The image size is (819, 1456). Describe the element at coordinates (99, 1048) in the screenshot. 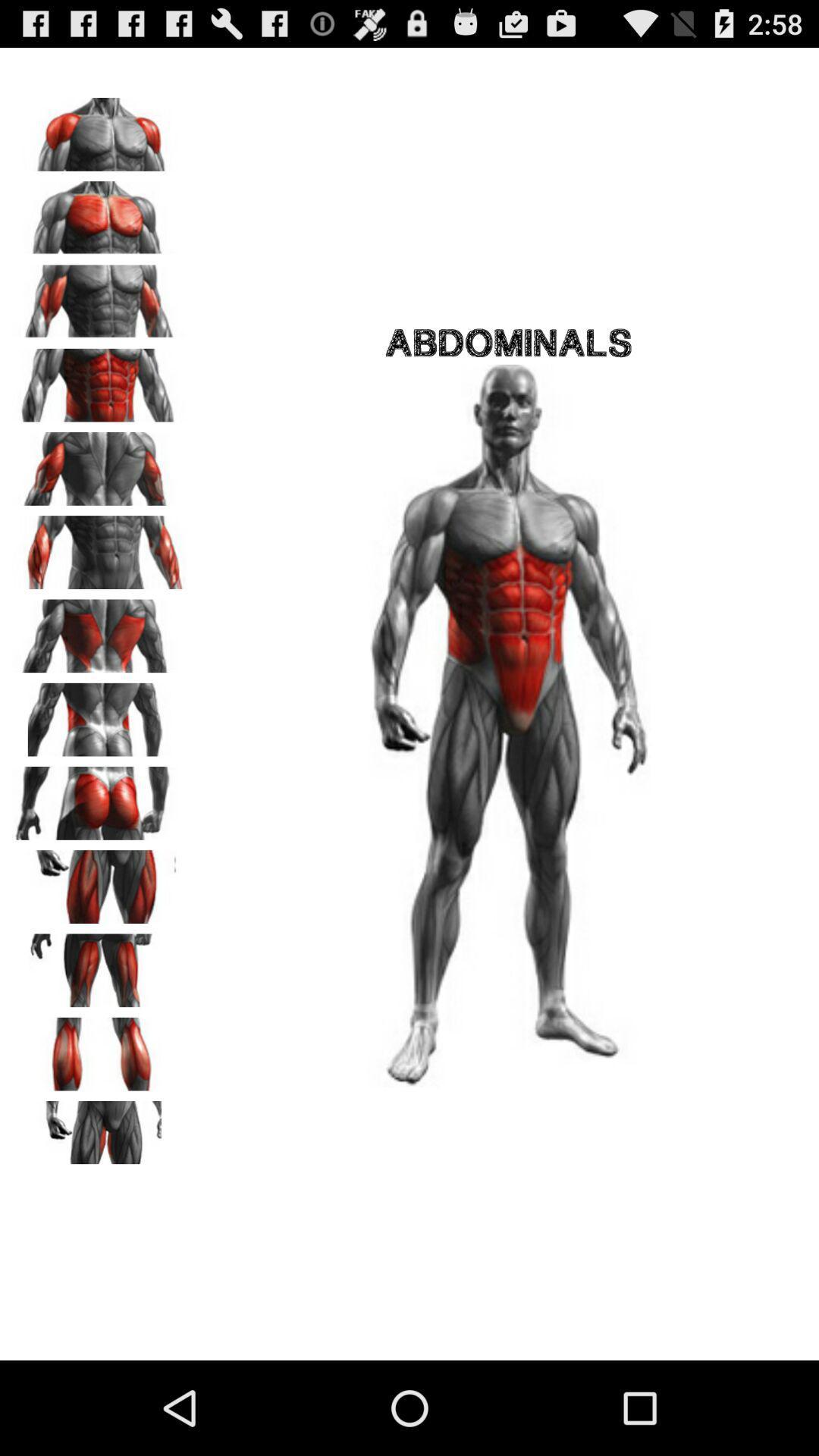

I see `switch body part` at that location.